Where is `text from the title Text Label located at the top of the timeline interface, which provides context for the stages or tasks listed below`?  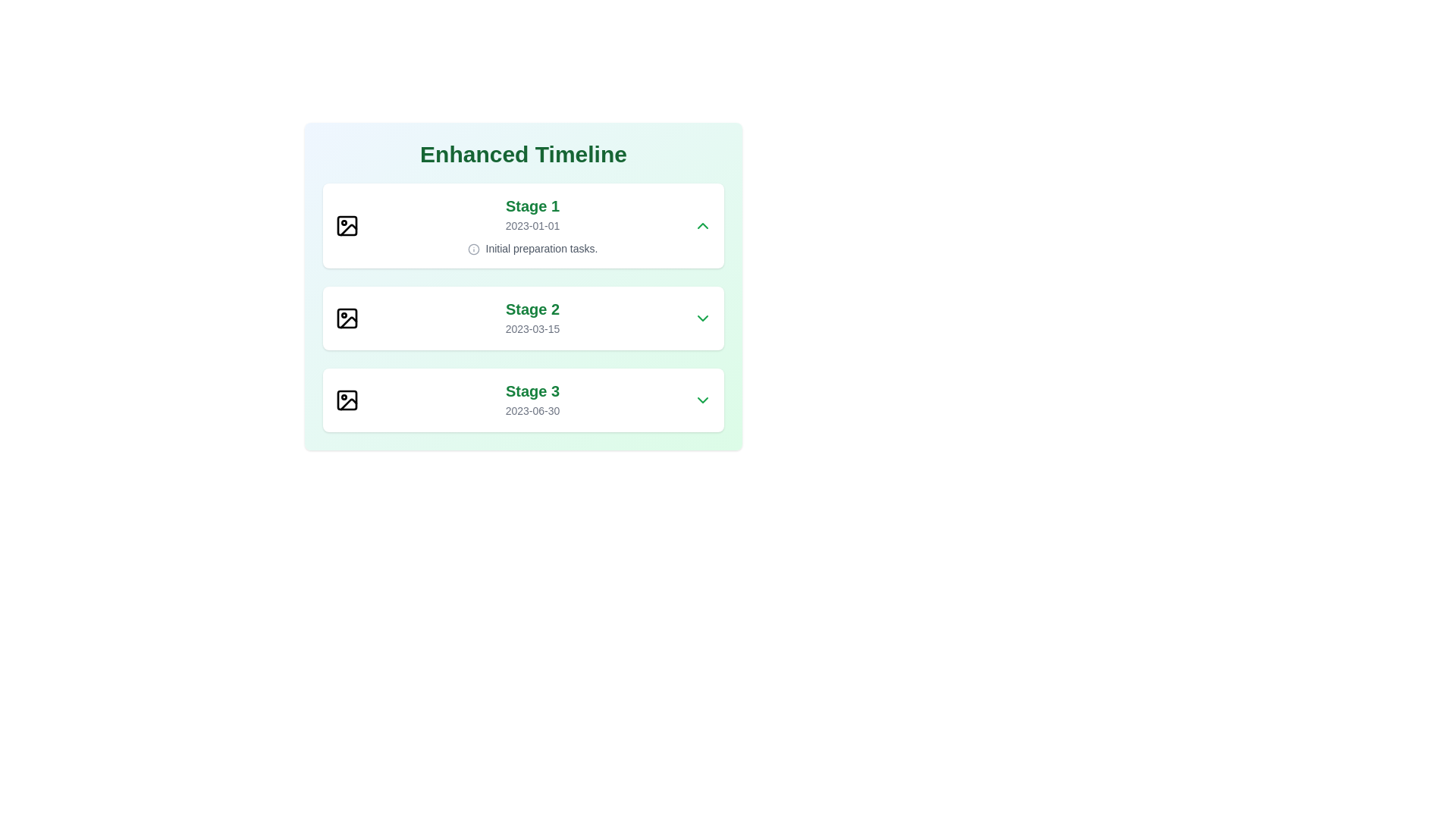
text from the title Text Label located at the top of the timeline interface, which provides context for the stages or tasks listed below is located at coordinates (523, 155).